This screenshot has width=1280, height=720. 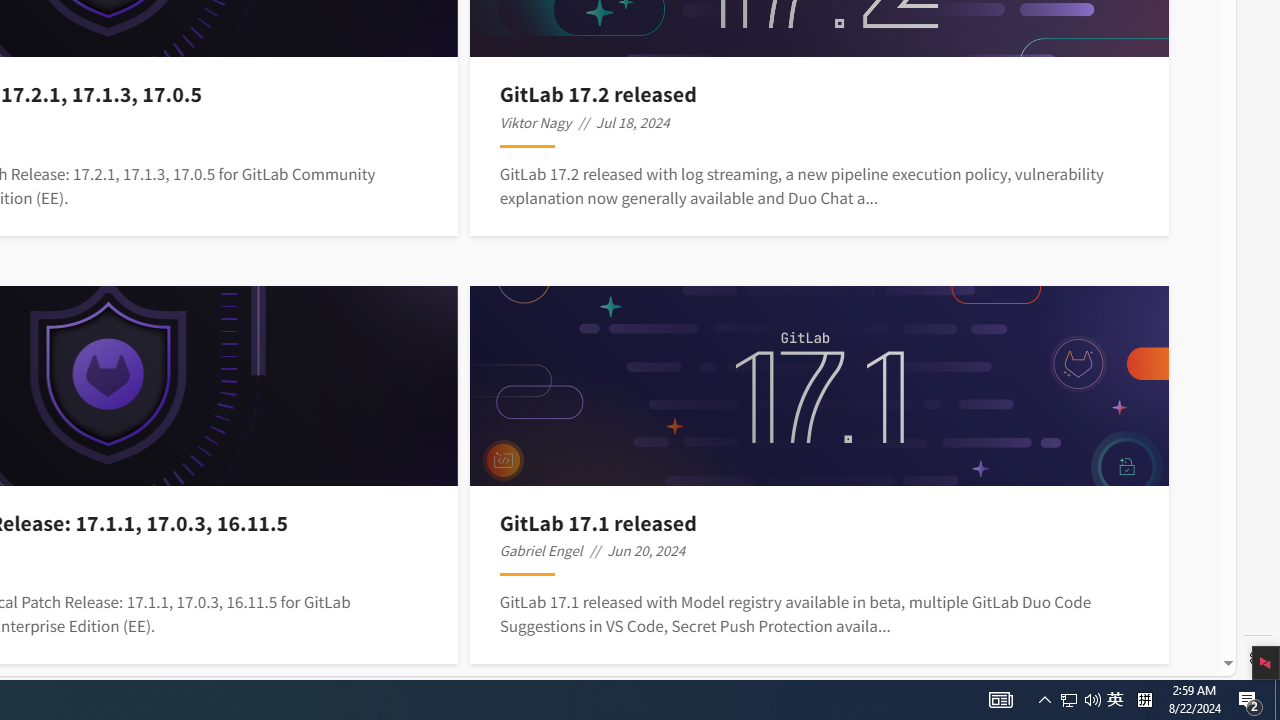 I want to click on 'GitLab 17.2 released', so click(x=819, y=94).